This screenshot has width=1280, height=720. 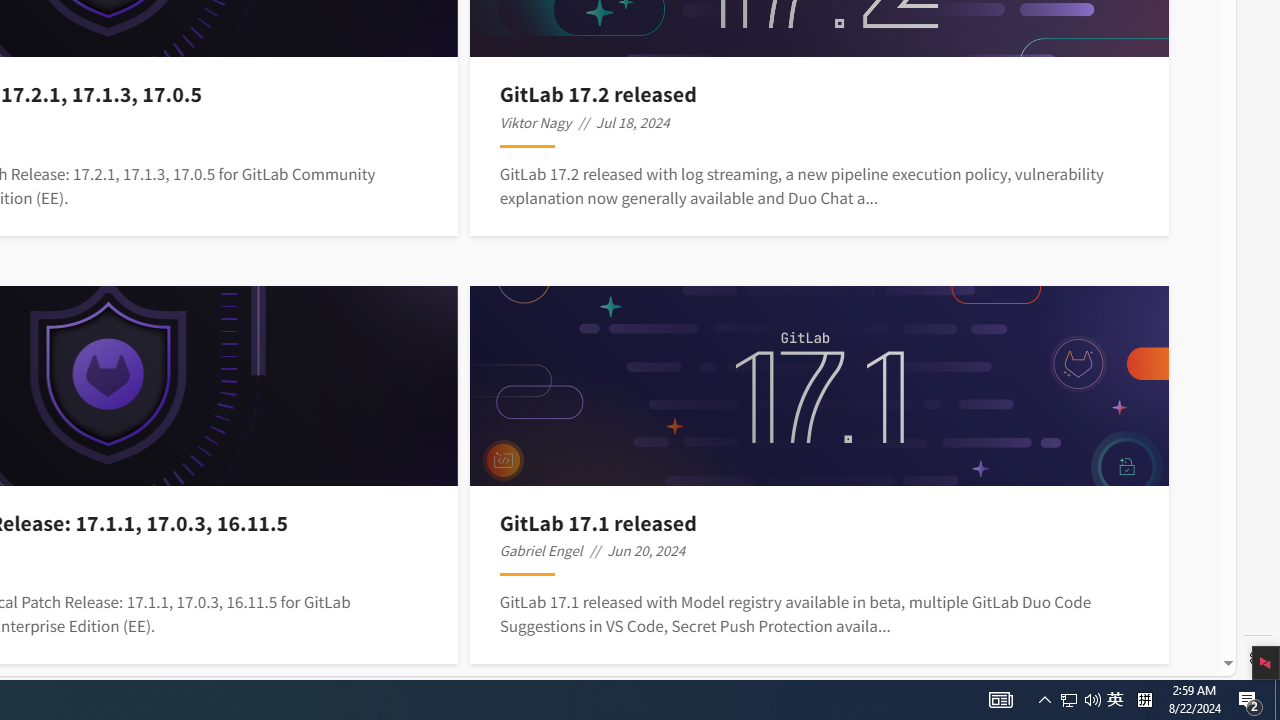 I want to click on 'GitLab 17.2 released', so click(x=819, y=94).